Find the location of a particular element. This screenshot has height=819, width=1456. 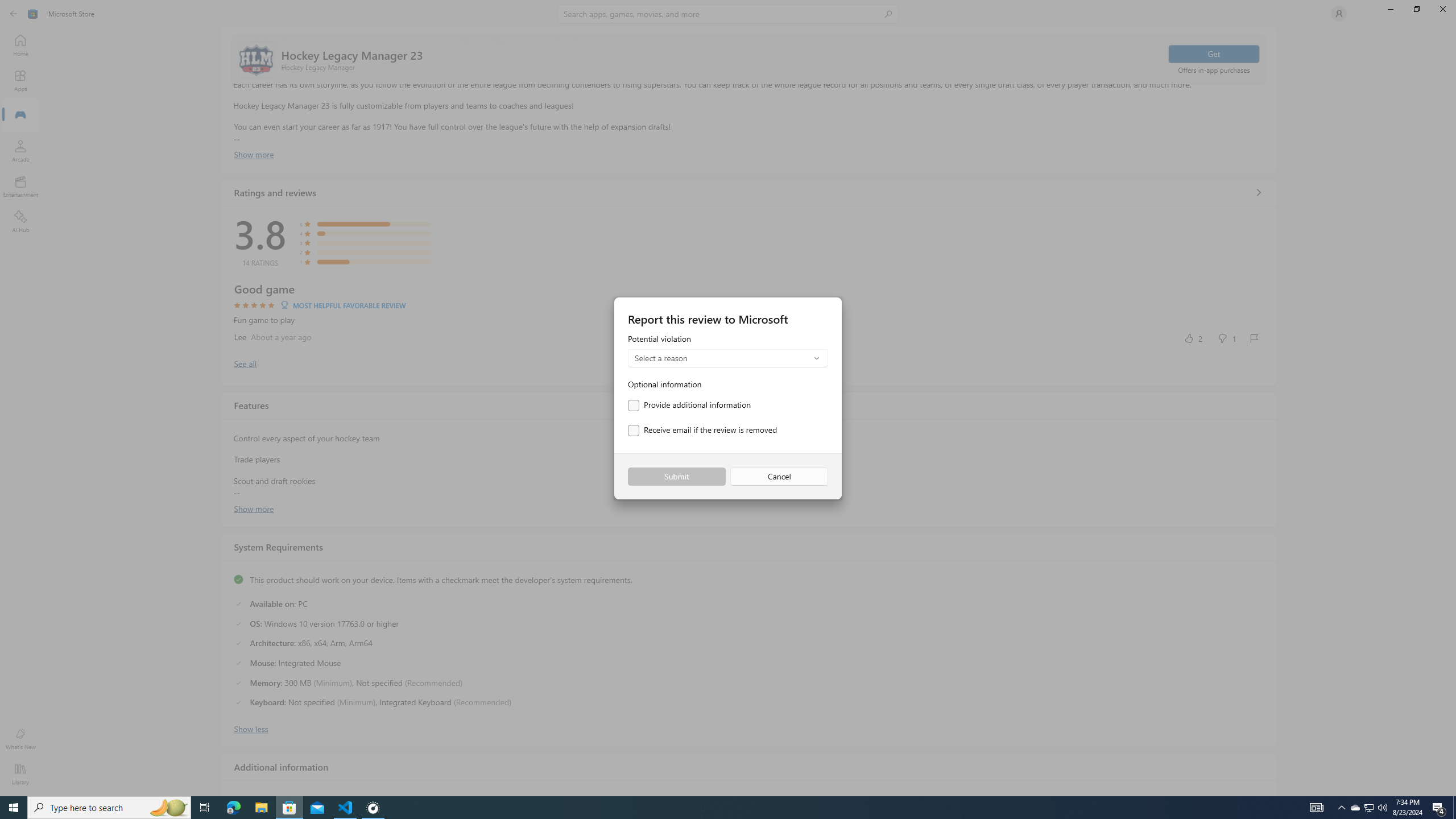

'Show more' is located at coordinates (253, 507).